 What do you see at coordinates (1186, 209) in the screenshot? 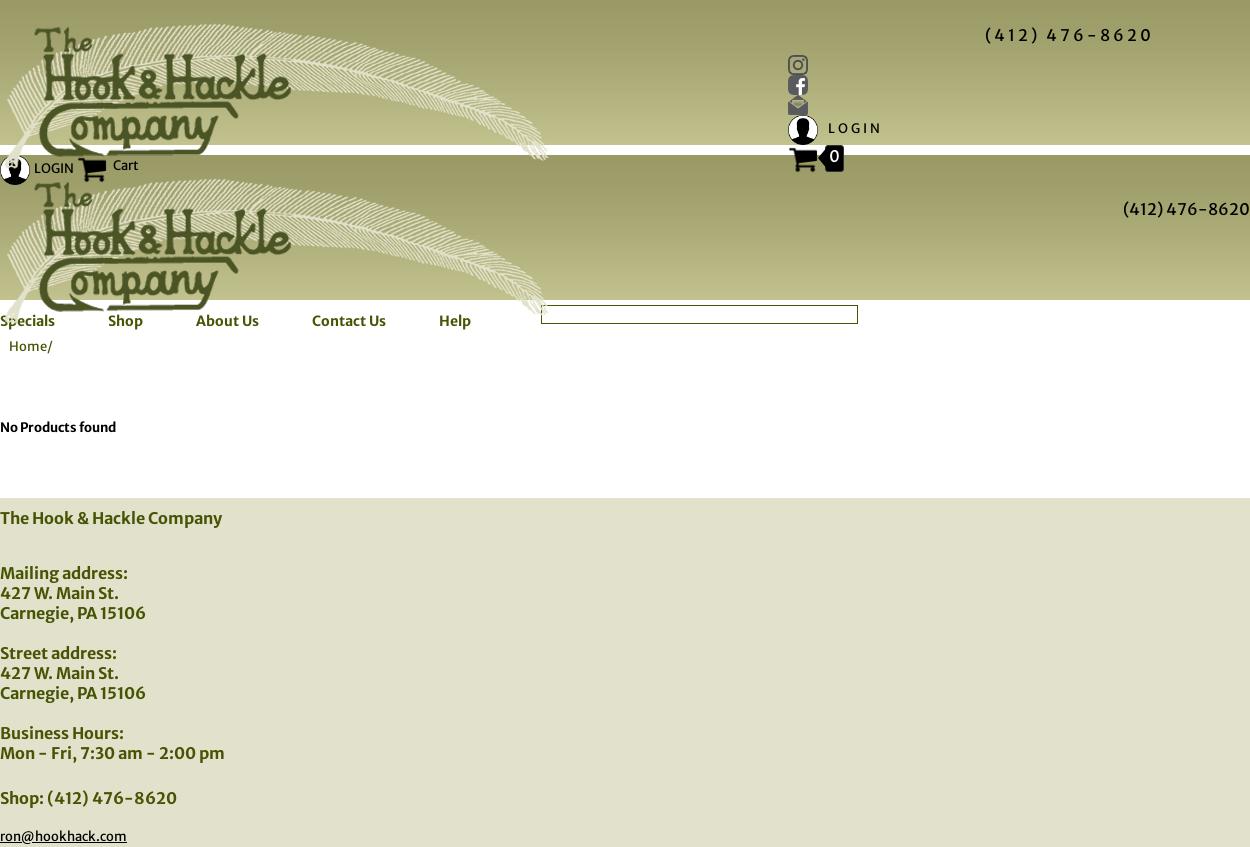
I see `'(412) 476-8620'` at bounding box center [1186, 209].